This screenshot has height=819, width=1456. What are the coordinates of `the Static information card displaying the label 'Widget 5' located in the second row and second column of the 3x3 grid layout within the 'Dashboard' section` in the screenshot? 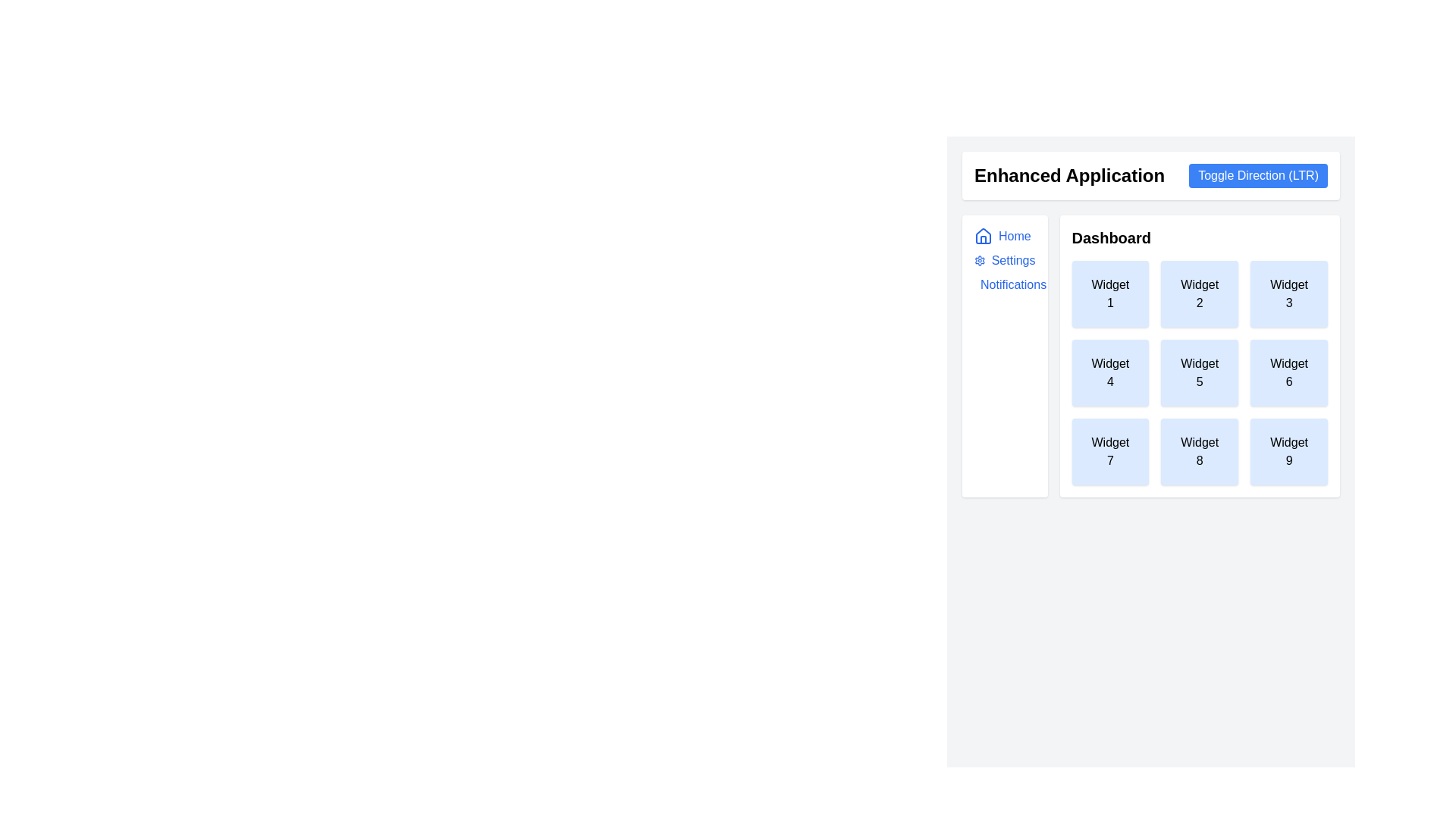 It's located at (1199, 373).